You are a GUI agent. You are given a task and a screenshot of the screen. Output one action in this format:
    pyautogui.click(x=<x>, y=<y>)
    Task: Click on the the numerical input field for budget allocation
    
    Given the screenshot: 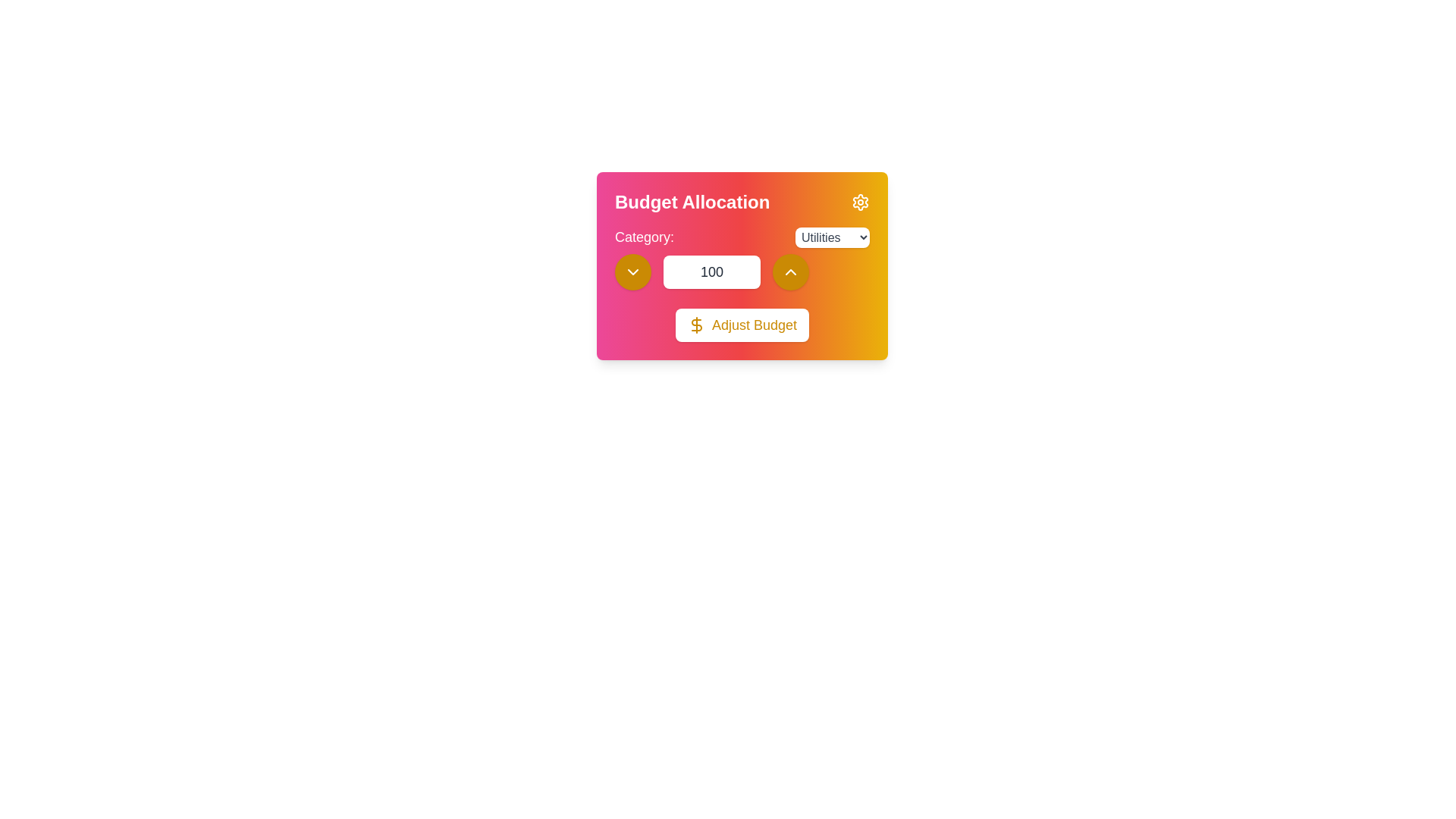 What is the action you would take?
    pyautogui.click(x=742, y=257)
    